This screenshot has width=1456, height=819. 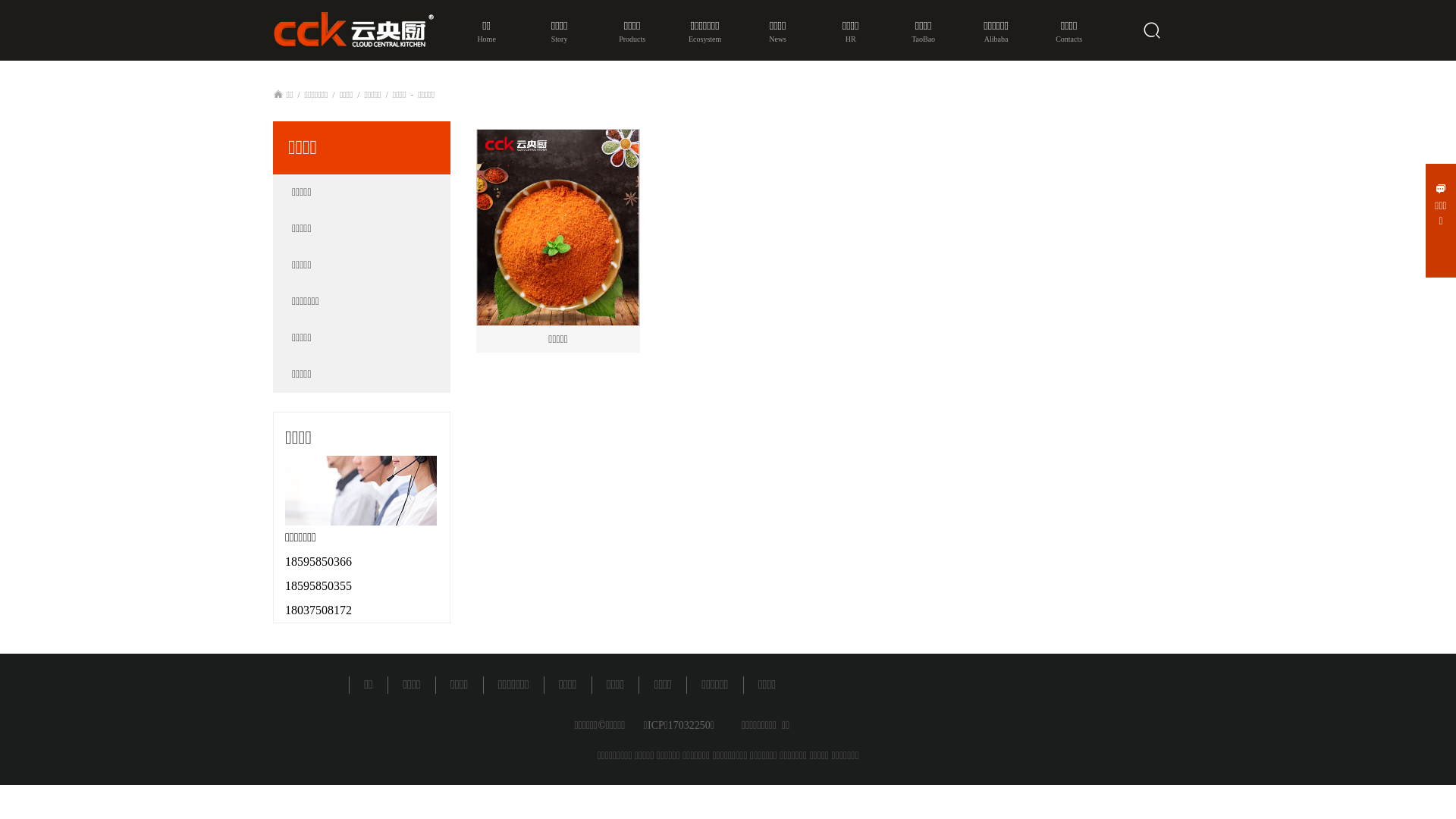 What do you see at coordinates (318, 585) in the screenshot?
I see `'18595850355'` at bounding box center [318, 585].